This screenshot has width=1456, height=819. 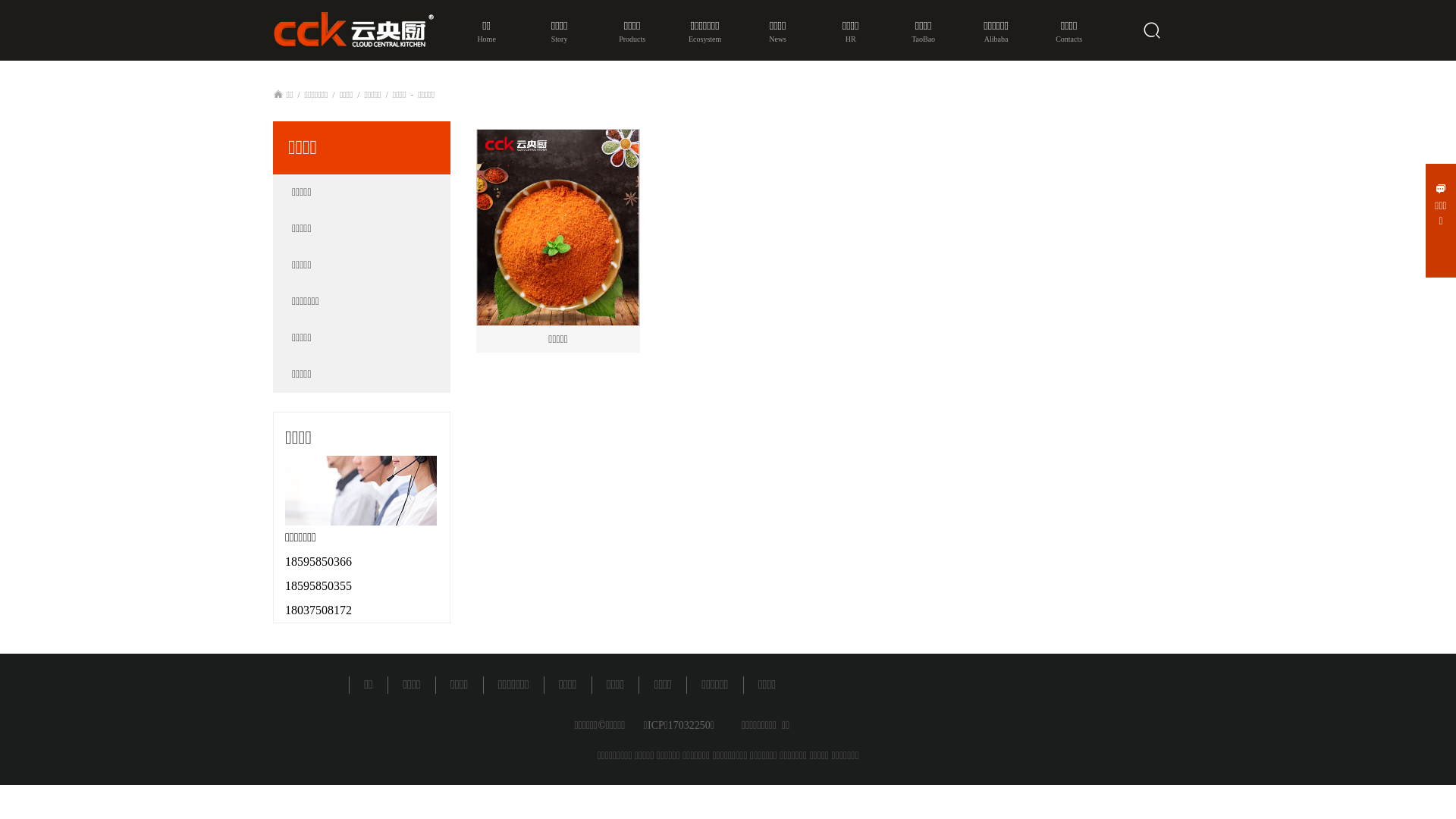 What do you see at coordinates (318, 585) in the screenshot?
I see `'18595850355'` at bounding box center [318, 585].